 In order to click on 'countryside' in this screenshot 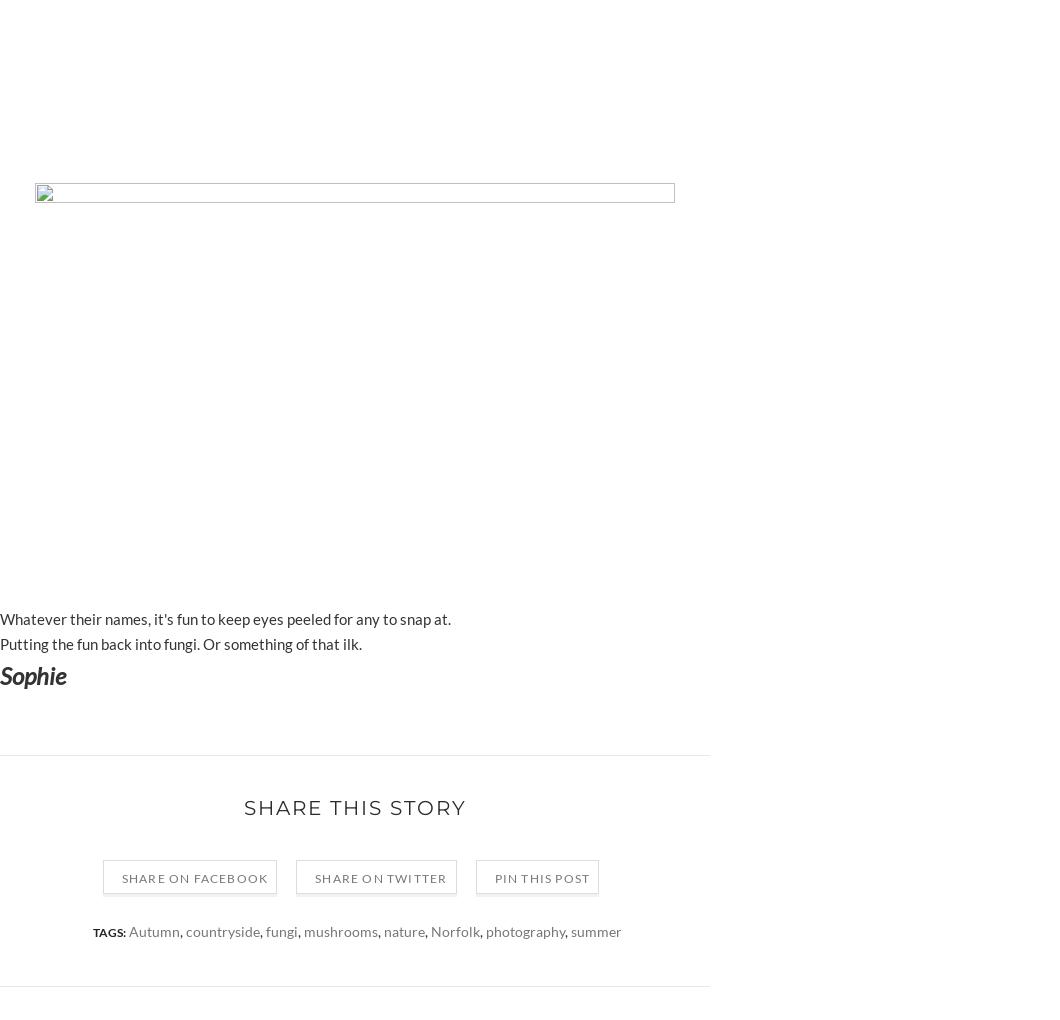, I will do `click(222, 931)`.